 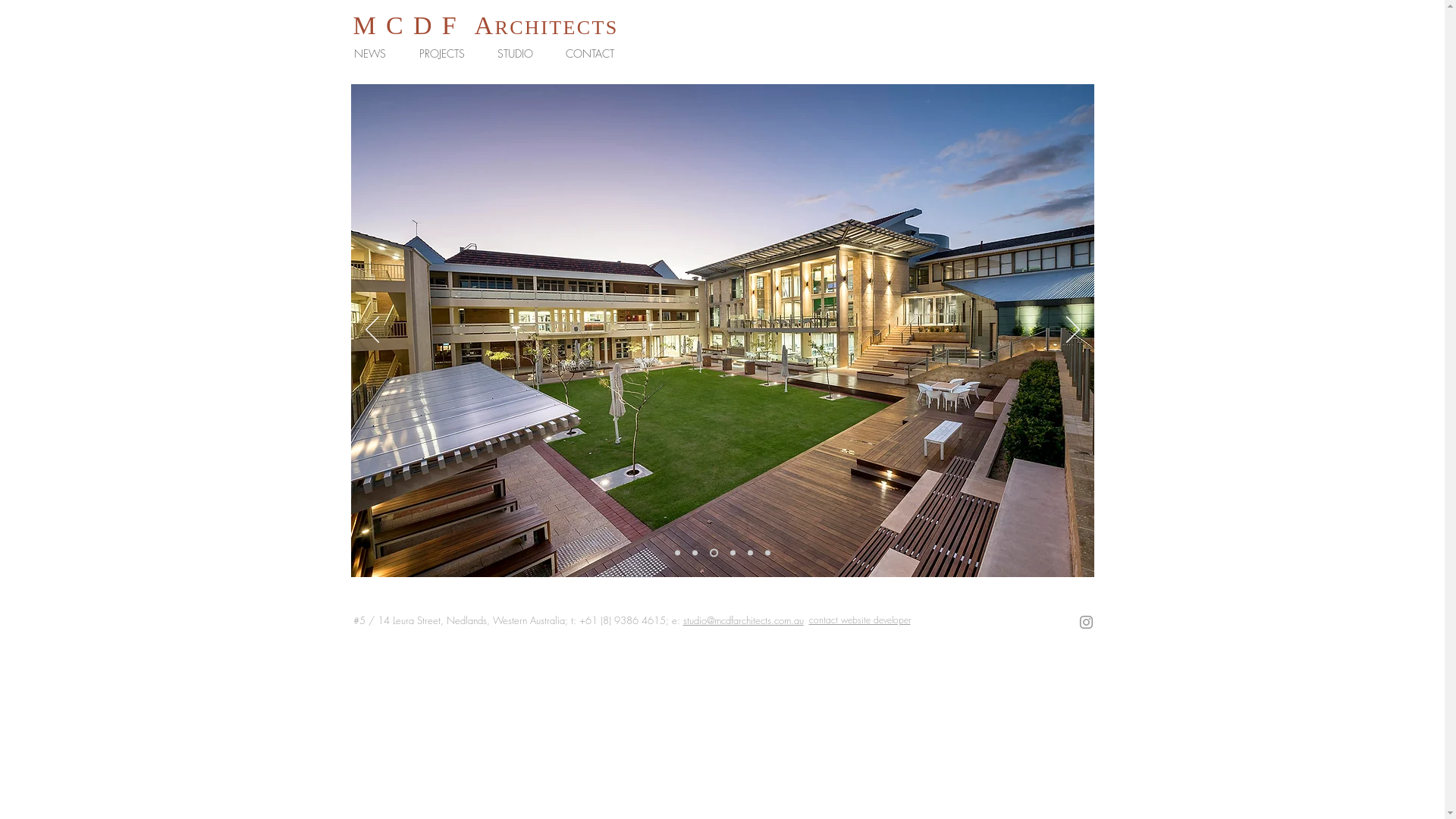 I want to click on 'RCHITECTS', so click(x=494, y=27).